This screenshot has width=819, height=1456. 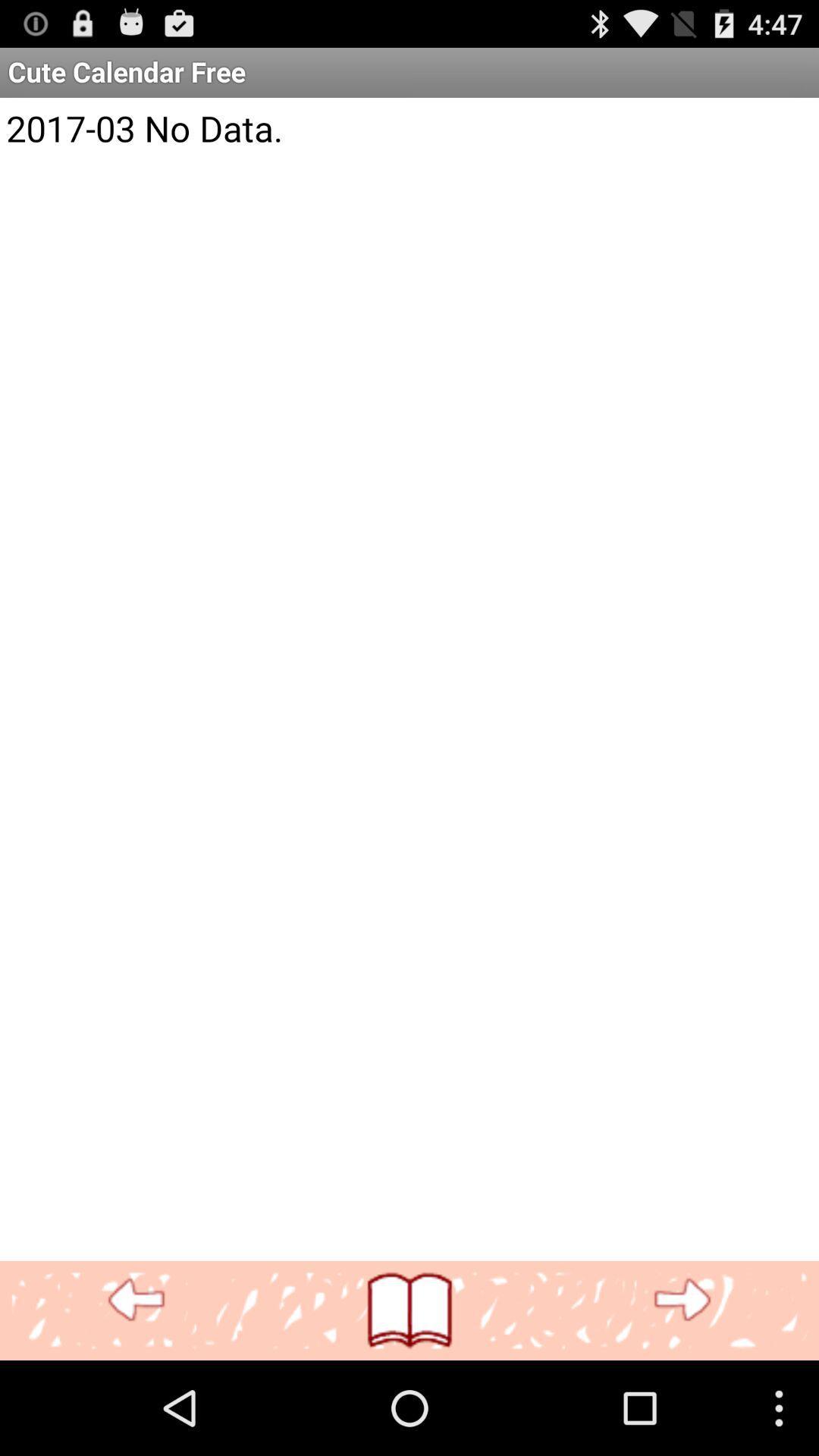 I want to click on previous page, so click(x=136, y=1300).